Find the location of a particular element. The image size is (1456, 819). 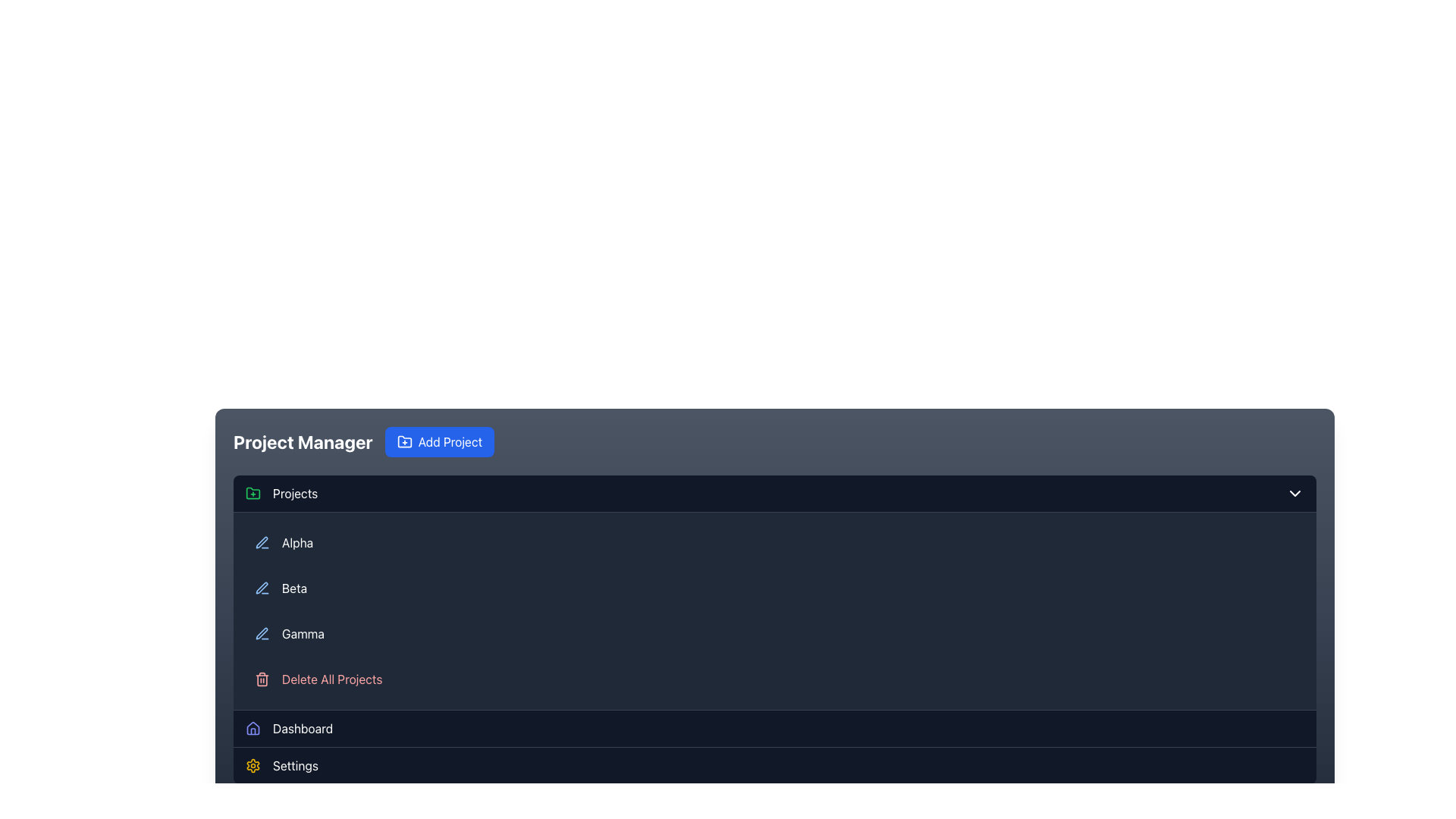

the blue pen icon located to the left of the text 'Alpha' in the highlighted list item is located at coordinates (262, 542).